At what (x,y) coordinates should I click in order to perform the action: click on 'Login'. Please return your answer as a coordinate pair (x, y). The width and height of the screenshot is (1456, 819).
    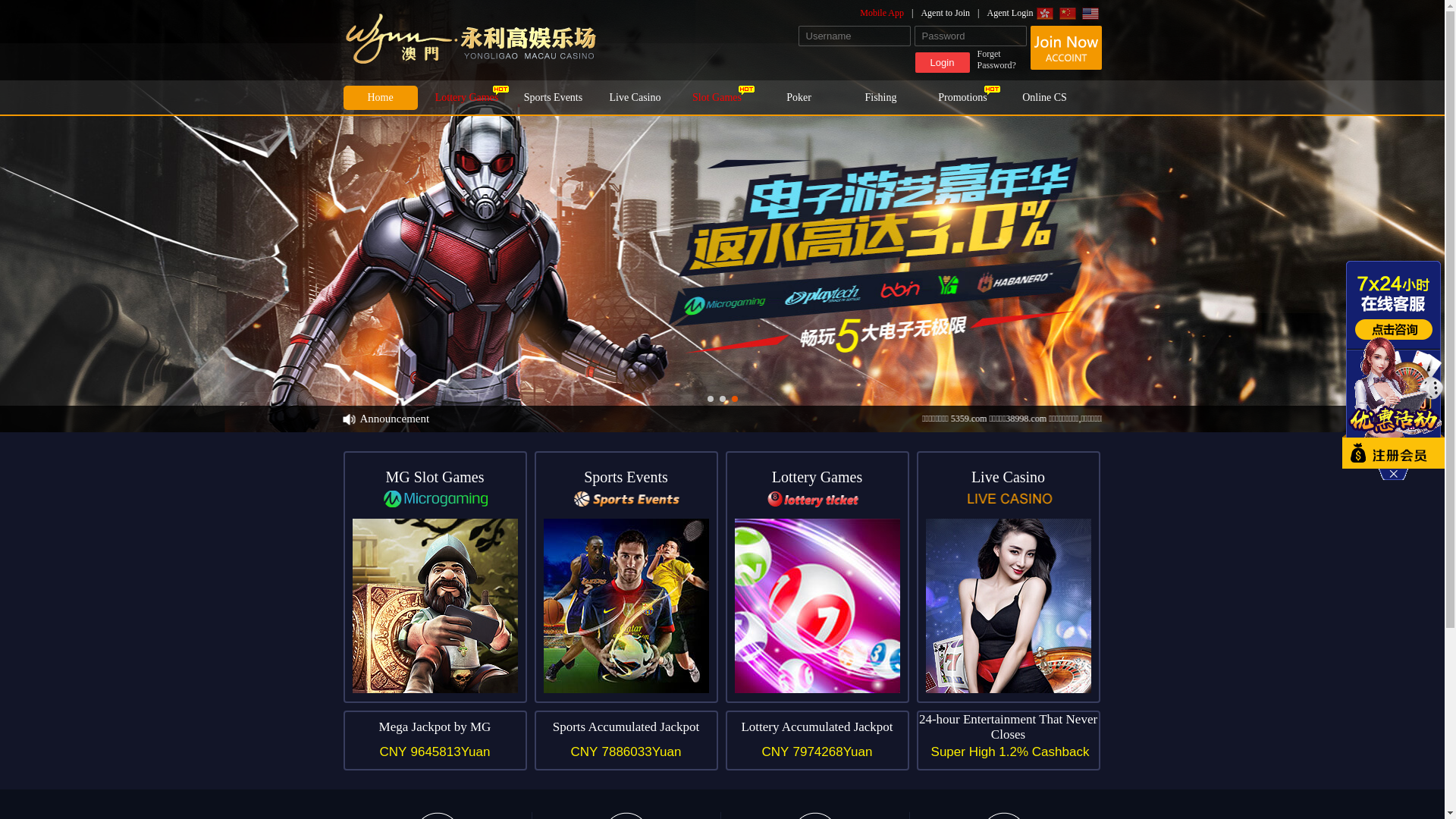
    Looking at the image, I should click on (941, 61).